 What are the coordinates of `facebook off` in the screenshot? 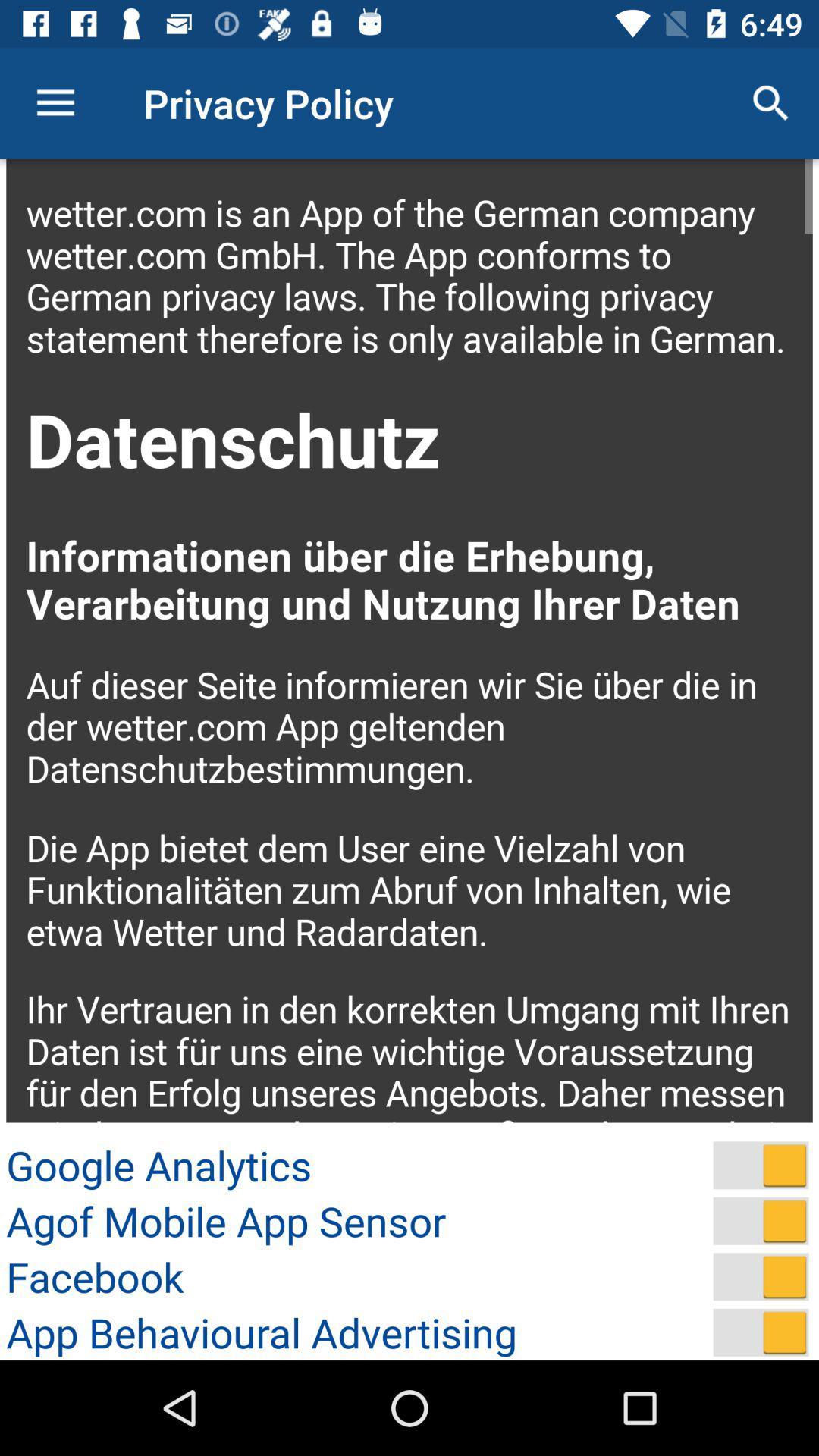 It's located at (761, 1276).